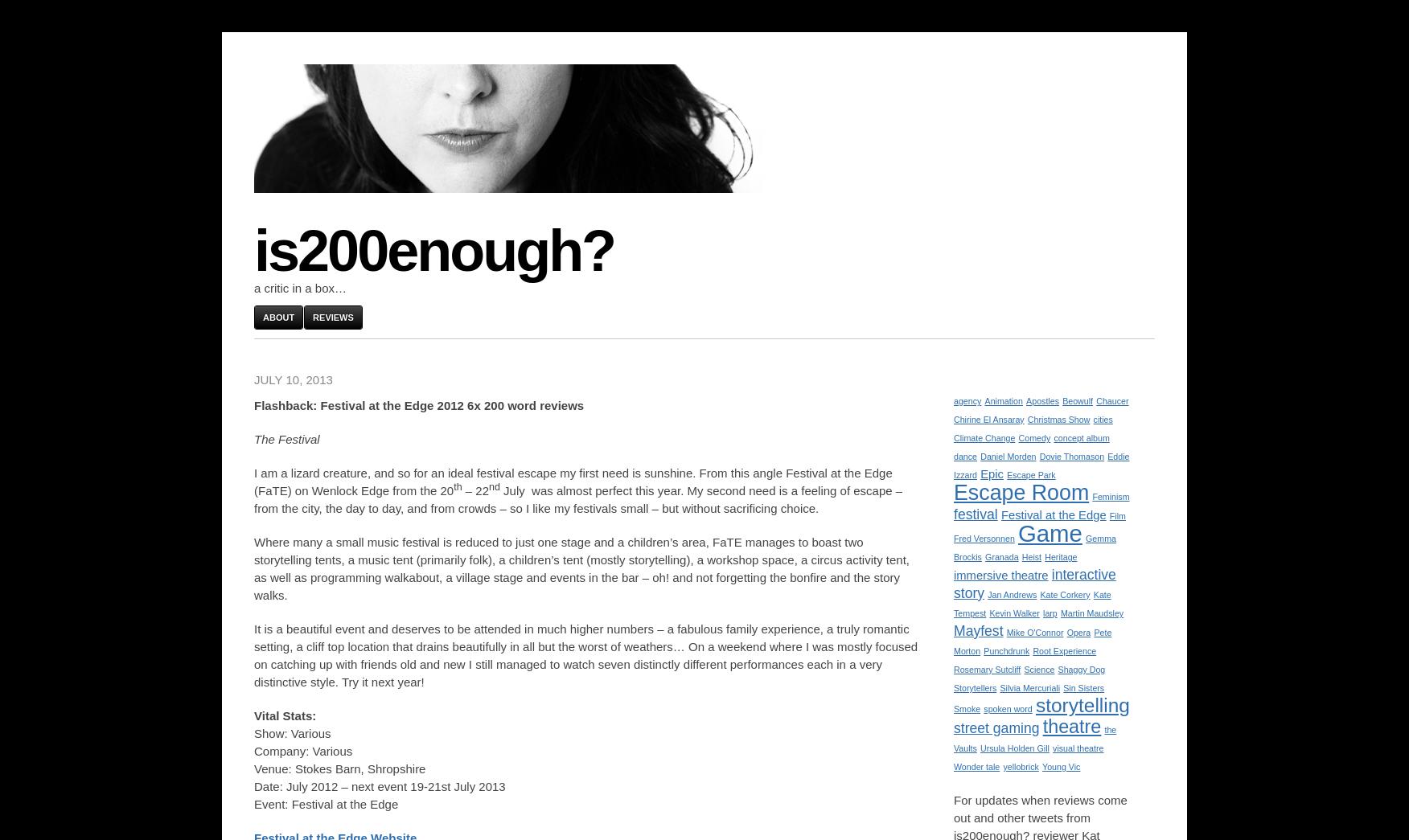 The height and width of the screenshot is (840, 1409). I want to click on 'Heist', so click(1021, 557).